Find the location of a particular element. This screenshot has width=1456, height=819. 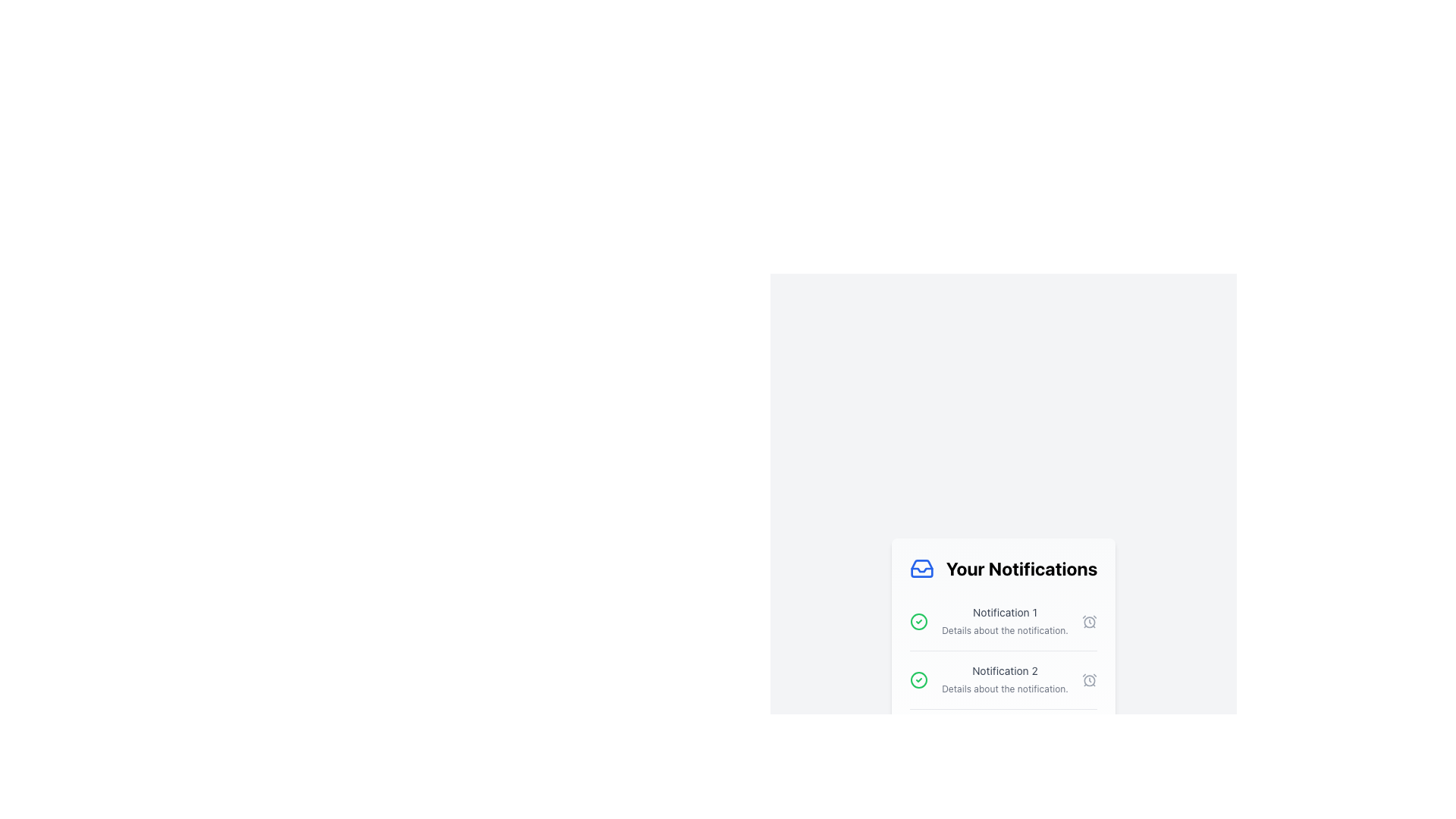

the text label displaying 'Notification 2', which is styled in gray and located at the bottom row of the notification list is located at coordinates (1005, 670).